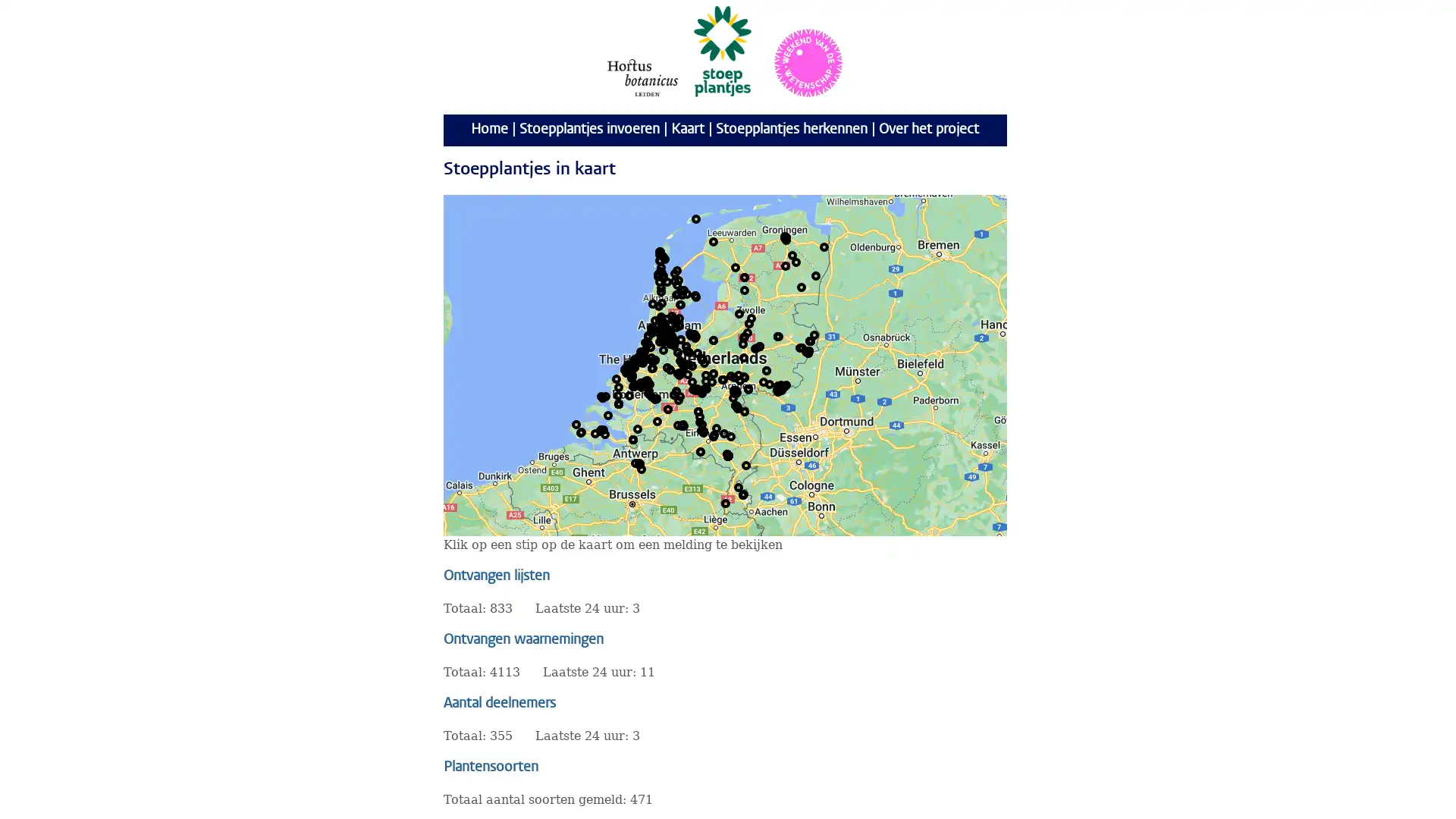 This screenshot has width=1456, height=819. Describe the element at coordinates (662, 302) in the screenshot. I see `Telling van op 06 april 2022` at that location.